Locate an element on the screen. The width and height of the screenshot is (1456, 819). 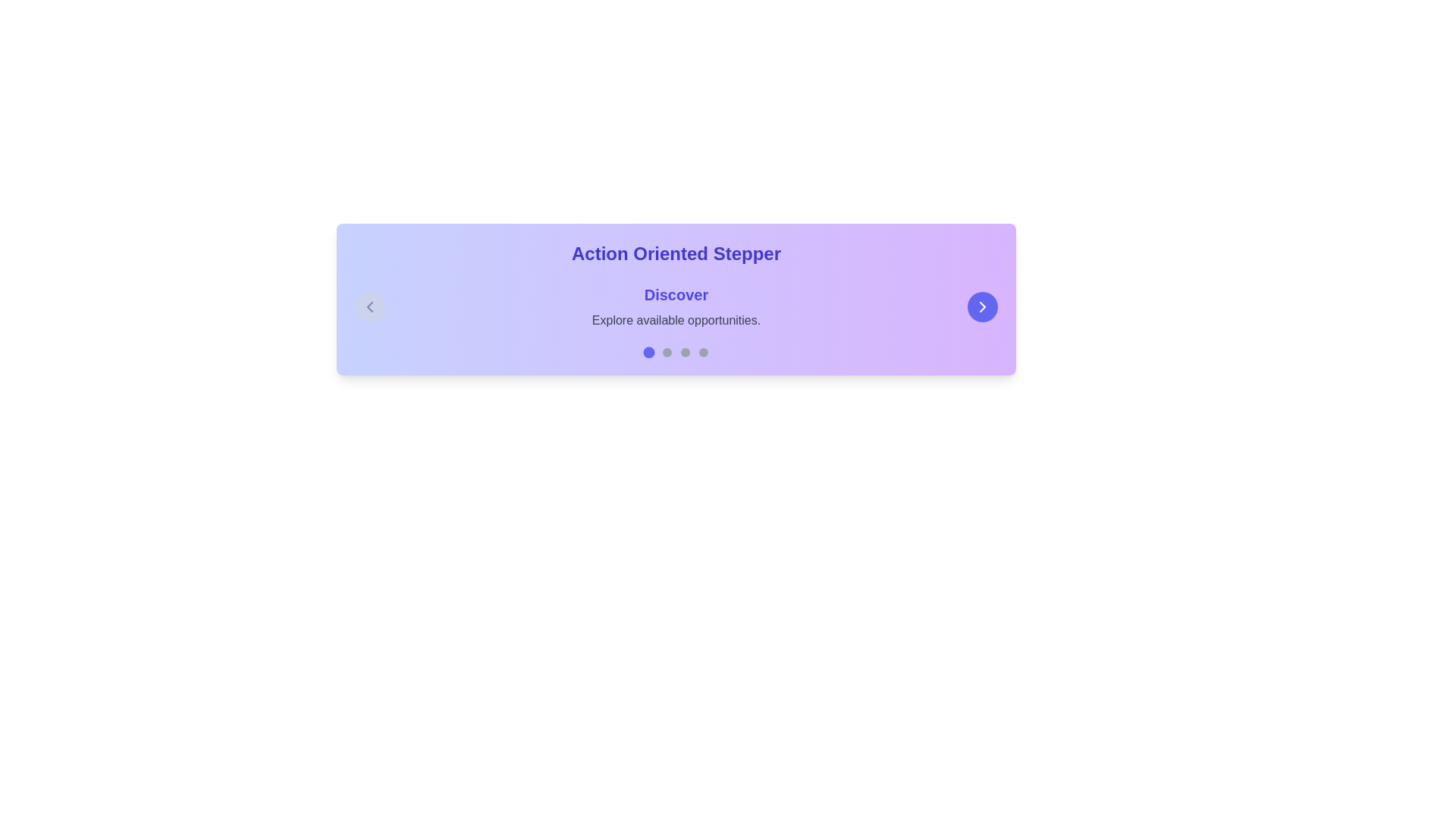
the static text element displaying 'Explore available opportunities.' which is styled with a gray font and positioned below the text 'Discover' is located at coordinates (676, 320).